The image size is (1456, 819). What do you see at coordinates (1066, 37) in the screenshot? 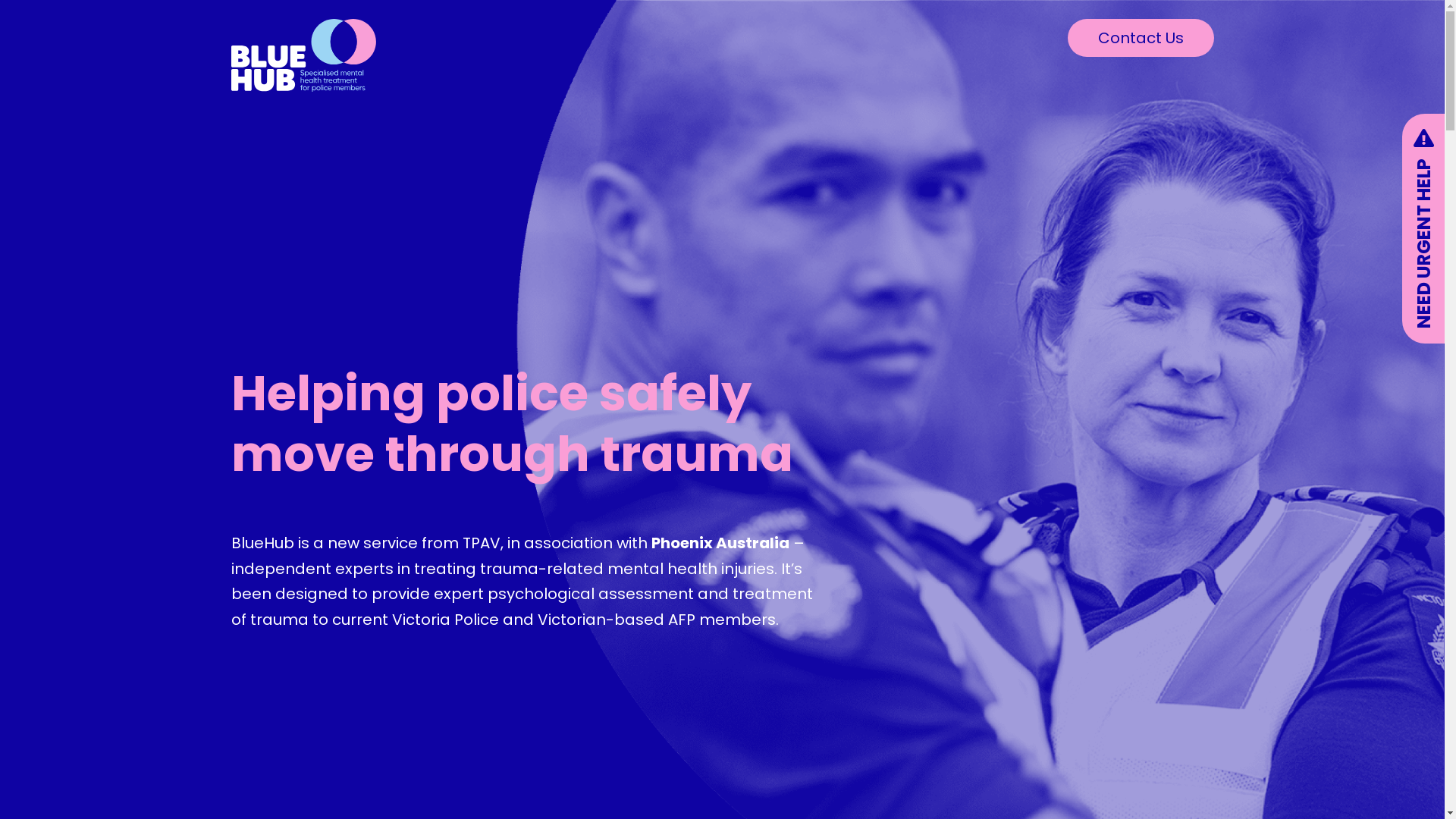
I see `'Contact Us'` at bounding box center [1066, 37].